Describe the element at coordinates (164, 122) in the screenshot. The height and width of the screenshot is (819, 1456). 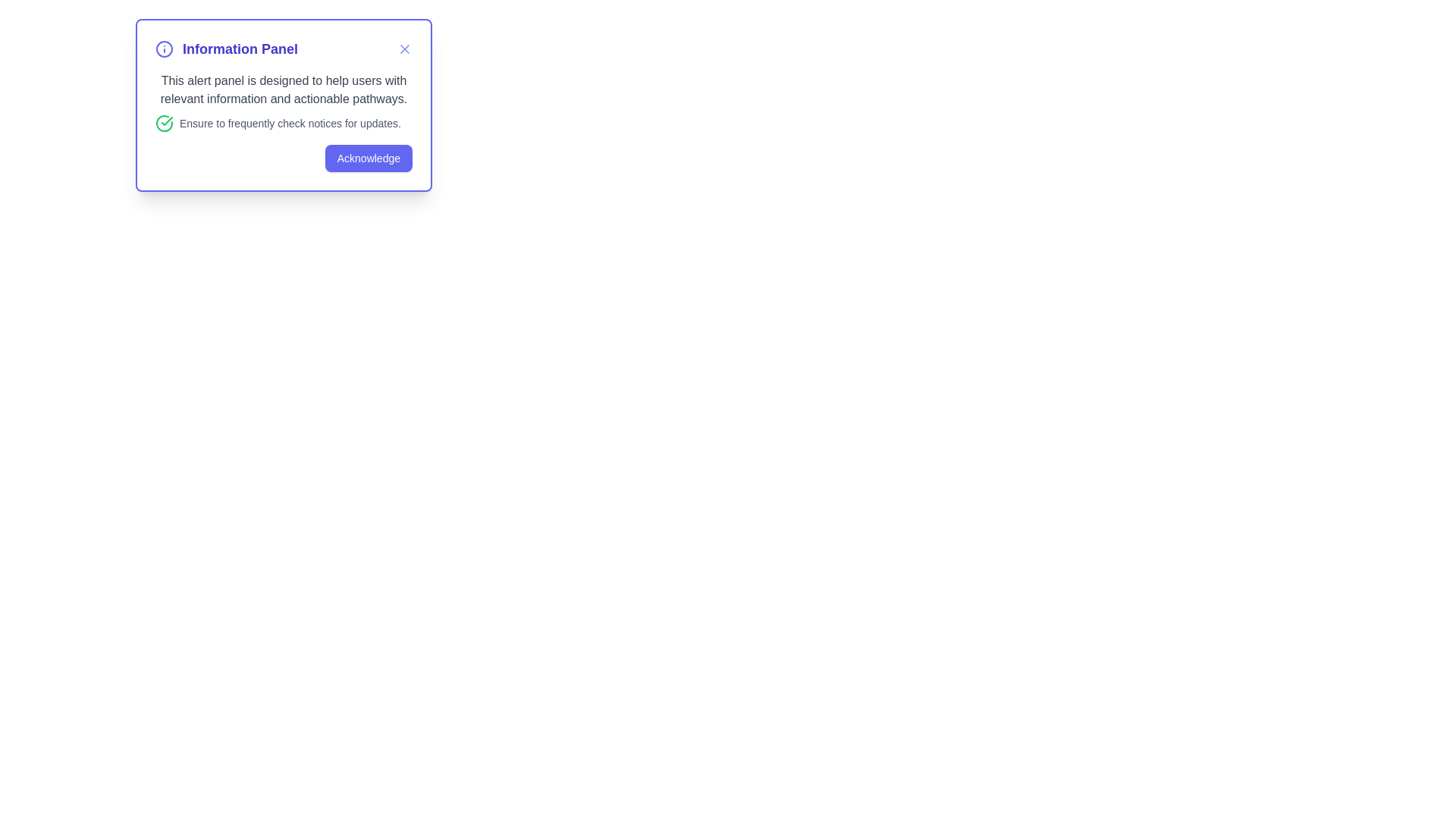
I see `the green checkmark icon inside a circle, located at the bottom-left corner of the notice panel` at that location.